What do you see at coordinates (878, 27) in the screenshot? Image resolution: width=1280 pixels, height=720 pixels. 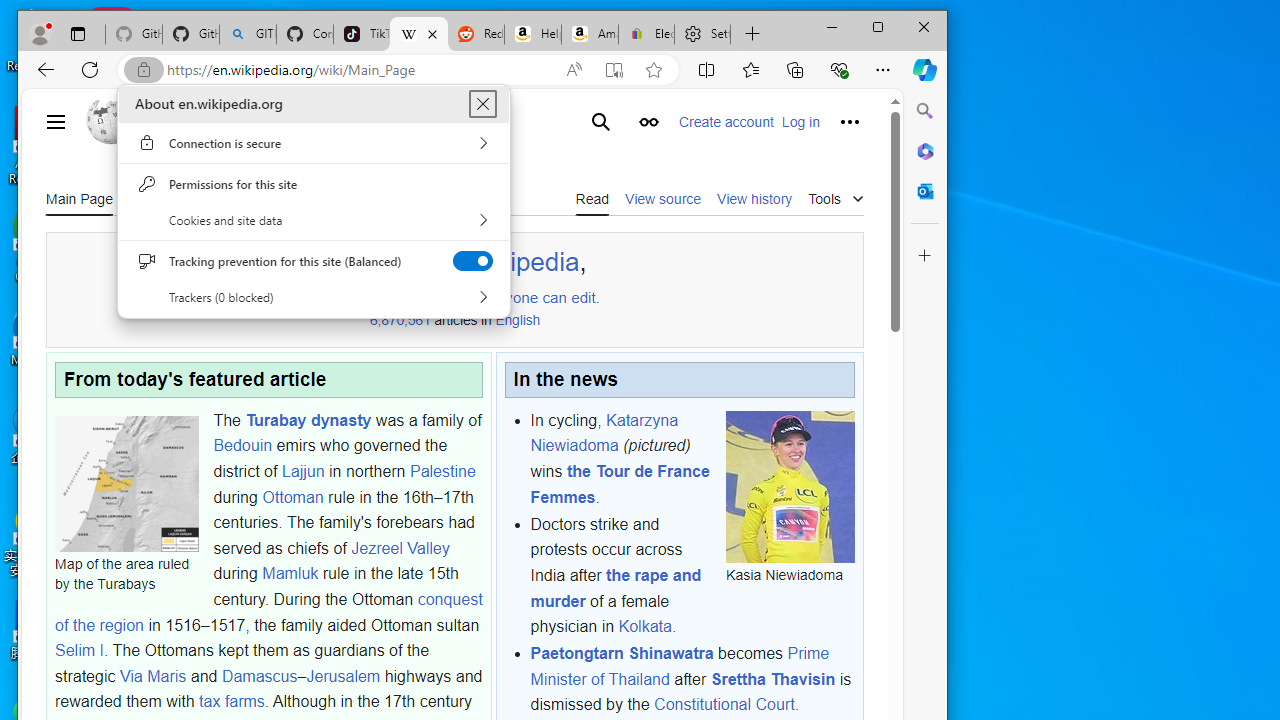 I see `'Maximize'` at bounding box center [878, 27].